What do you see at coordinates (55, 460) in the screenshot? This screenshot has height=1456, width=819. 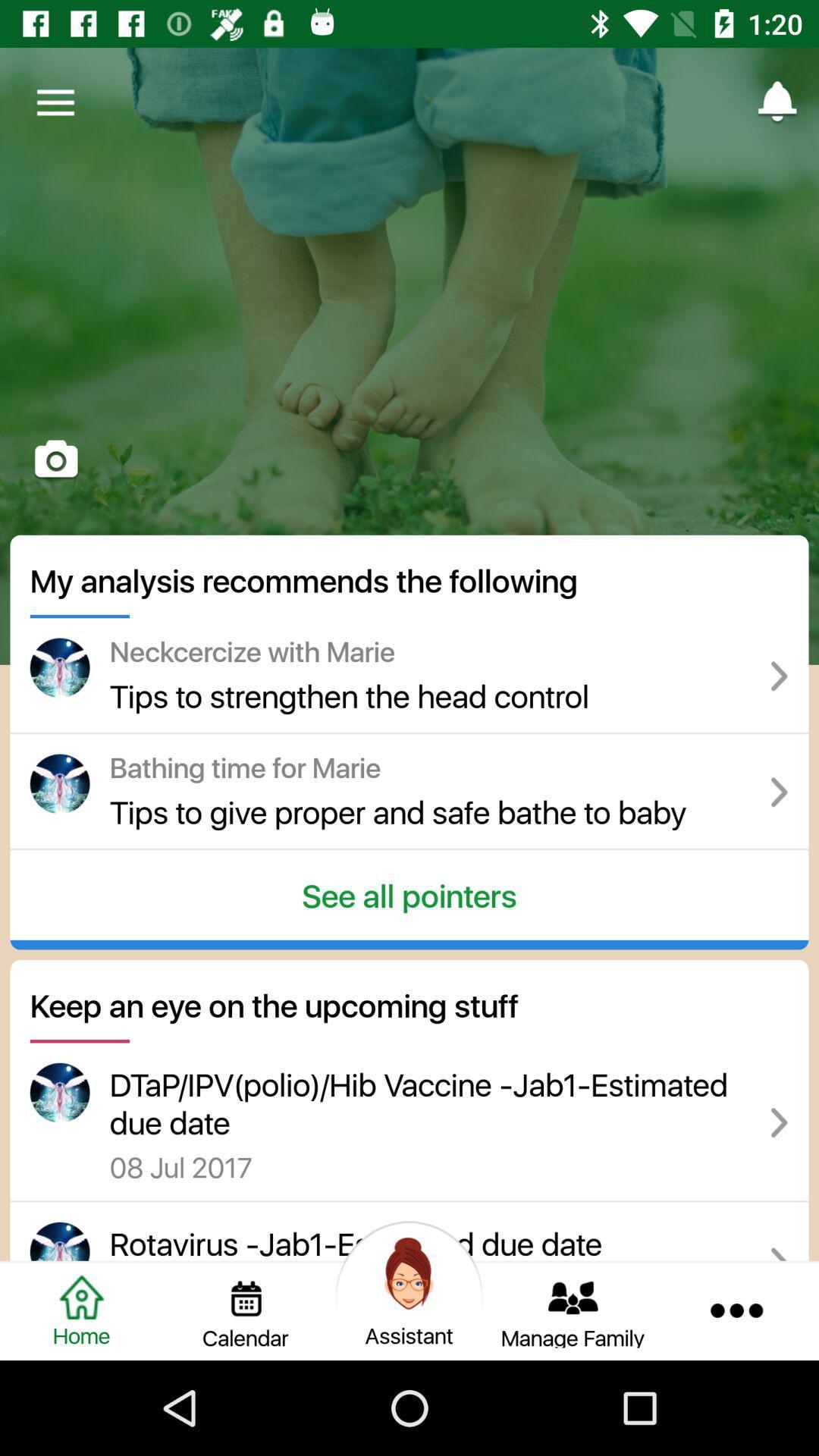 I see `the photo icon` at bounding box center [55, 460].